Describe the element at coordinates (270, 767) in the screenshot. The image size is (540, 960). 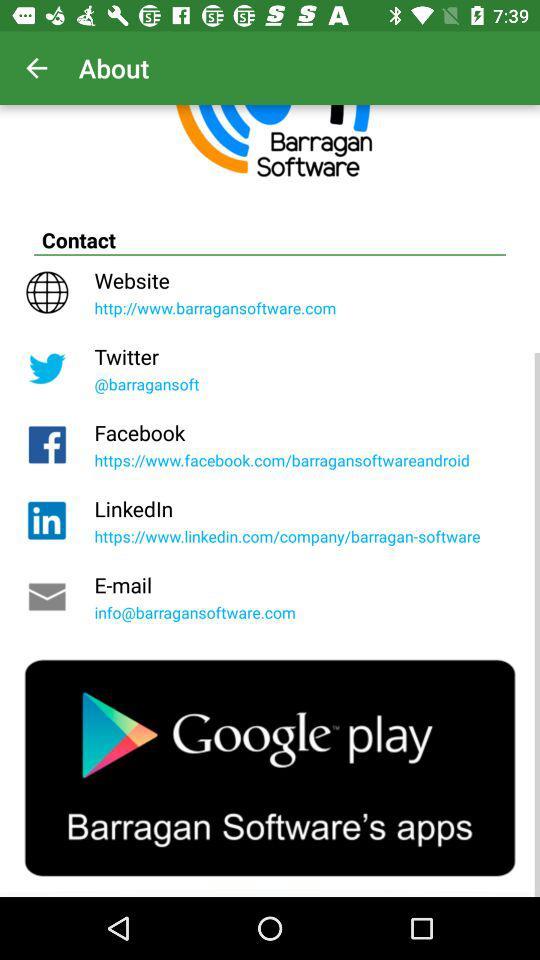
I see `barragan software 's apps` at that location.